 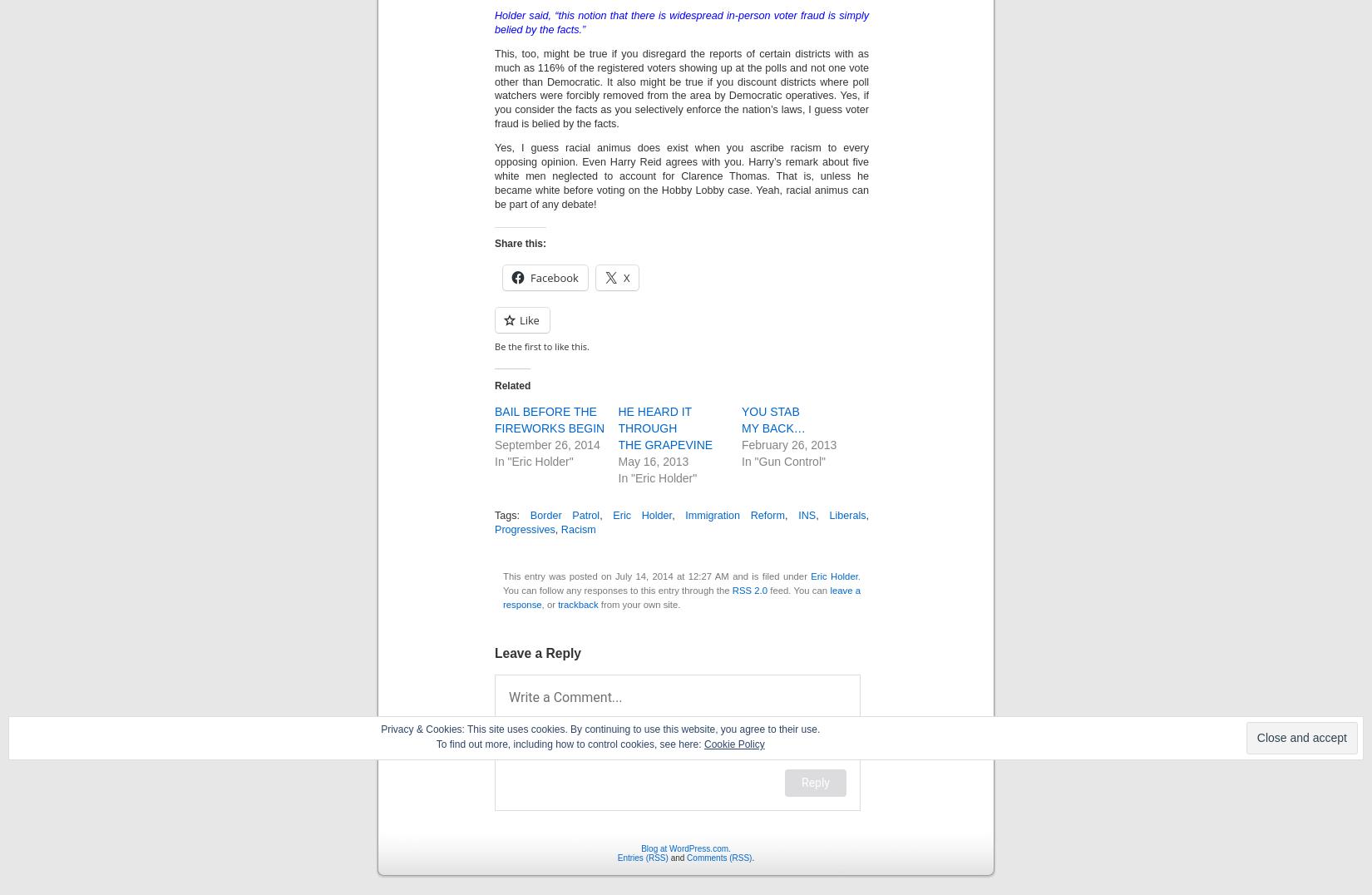 What do you see at coordinates (529, 515) in the screenshot?
I see `'Border Patrol'` at bounding box center [529, 515].